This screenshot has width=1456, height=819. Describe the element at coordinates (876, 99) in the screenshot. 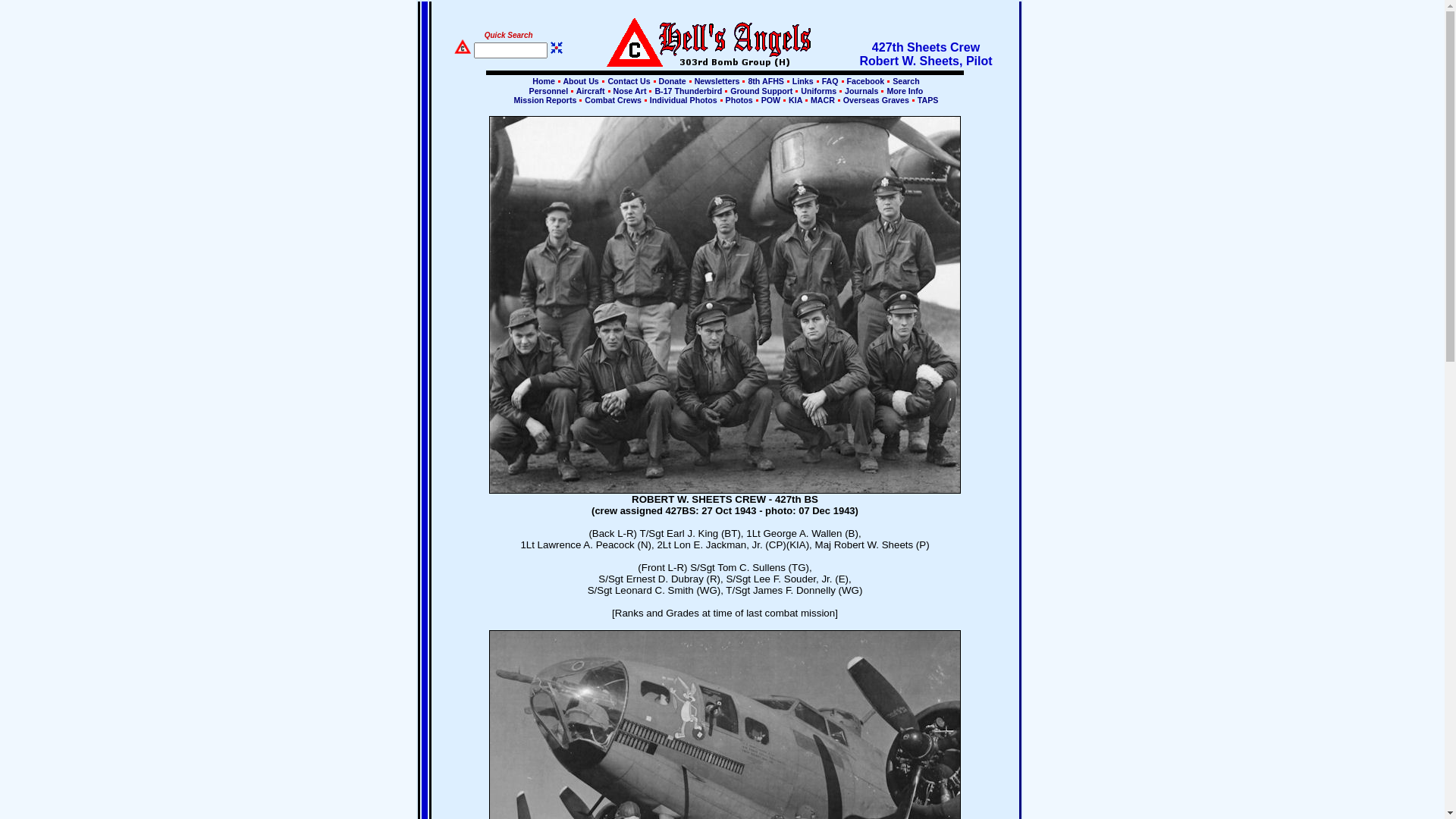

I see `'Overseas Graves'` at that location.